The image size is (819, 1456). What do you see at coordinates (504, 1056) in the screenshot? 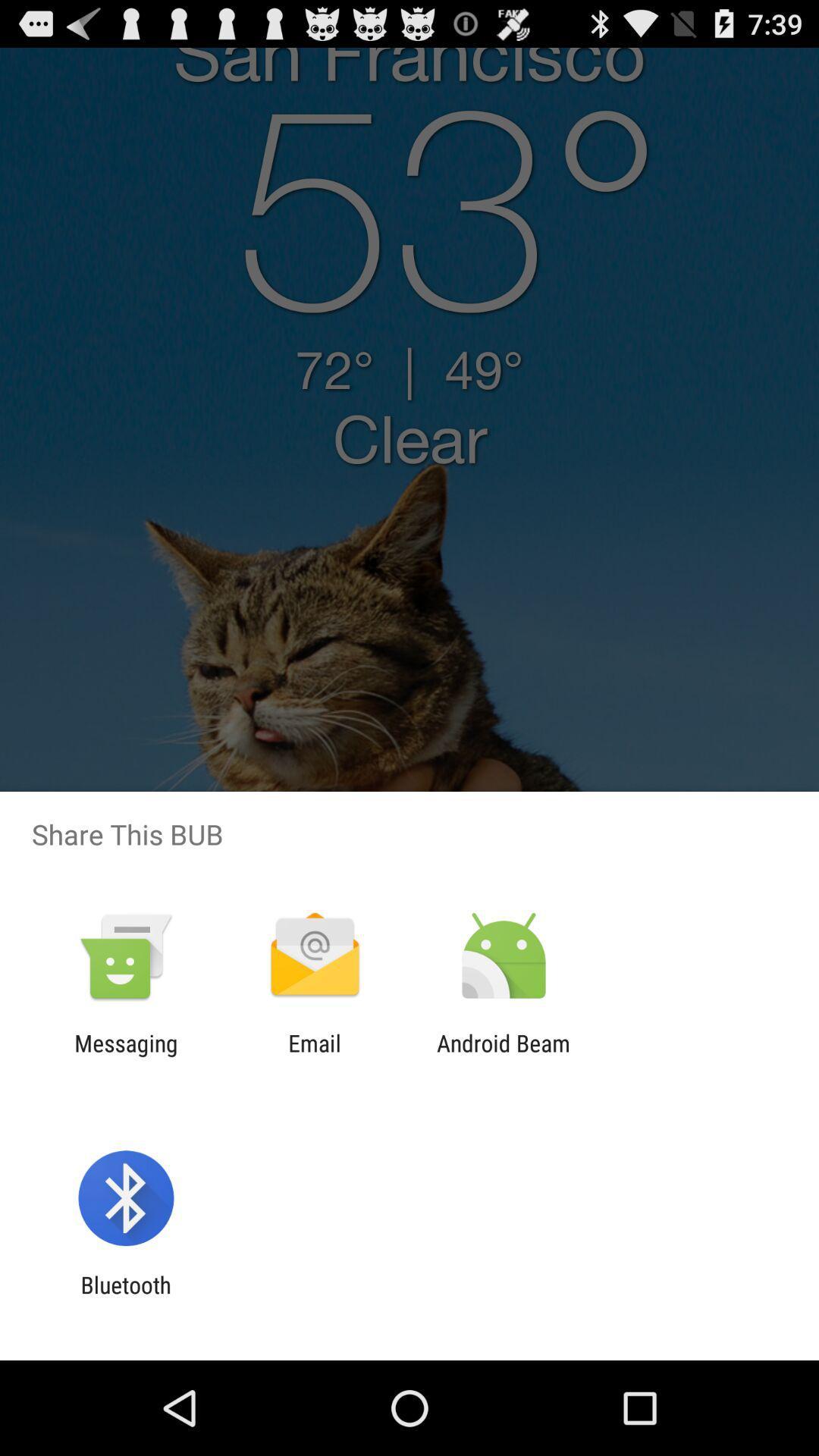
I see `android beam app` at bounding box center [504, 1056].